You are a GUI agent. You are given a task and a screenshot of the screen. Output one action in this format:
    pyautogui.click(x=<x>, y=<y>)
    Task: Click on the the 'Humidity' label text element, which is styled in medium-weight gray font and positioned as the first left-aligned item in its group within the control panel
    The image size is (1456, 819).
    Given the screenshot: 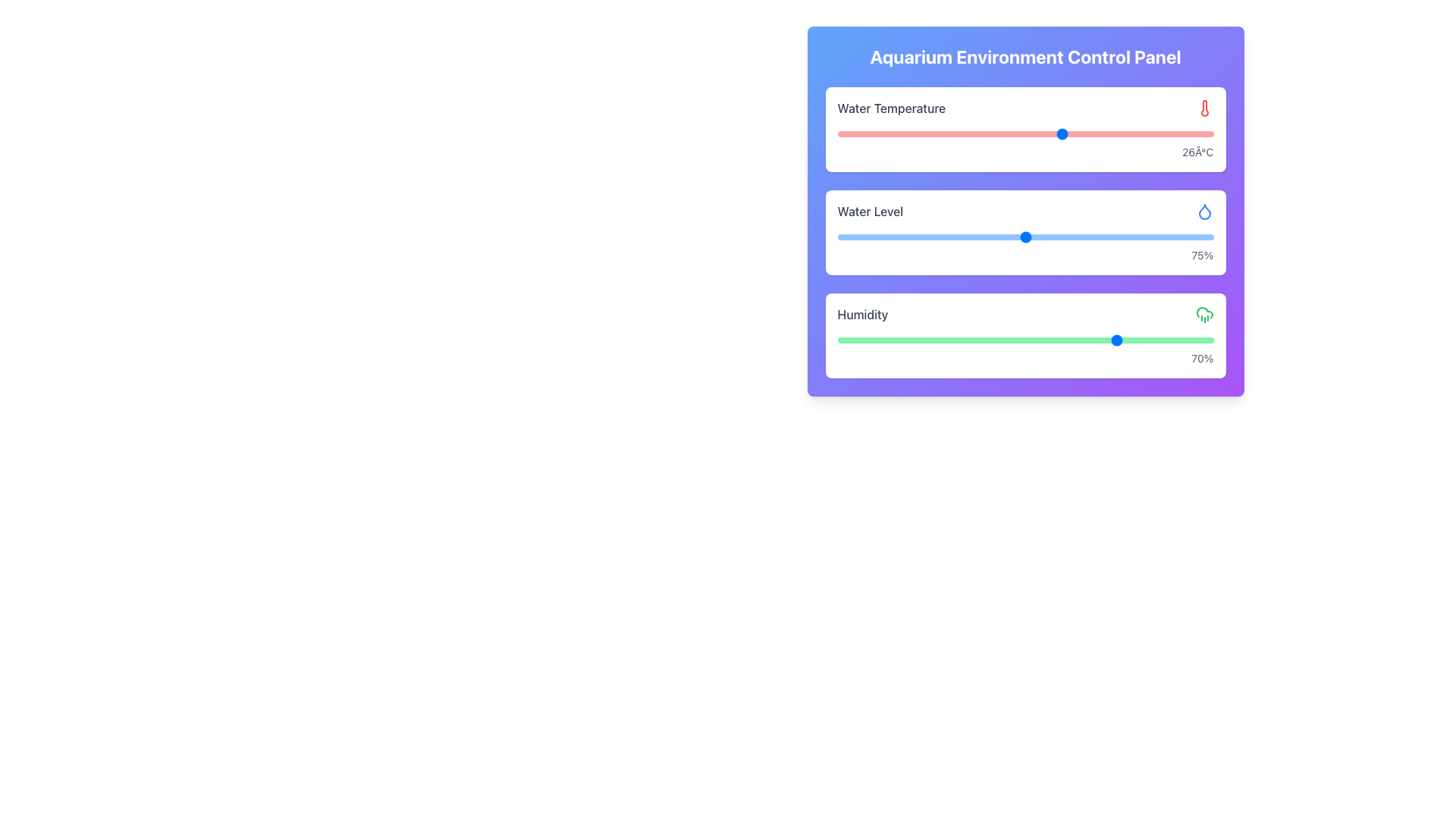 What is the action you would take?
    pyautogui.click(x=862, y=314)
    